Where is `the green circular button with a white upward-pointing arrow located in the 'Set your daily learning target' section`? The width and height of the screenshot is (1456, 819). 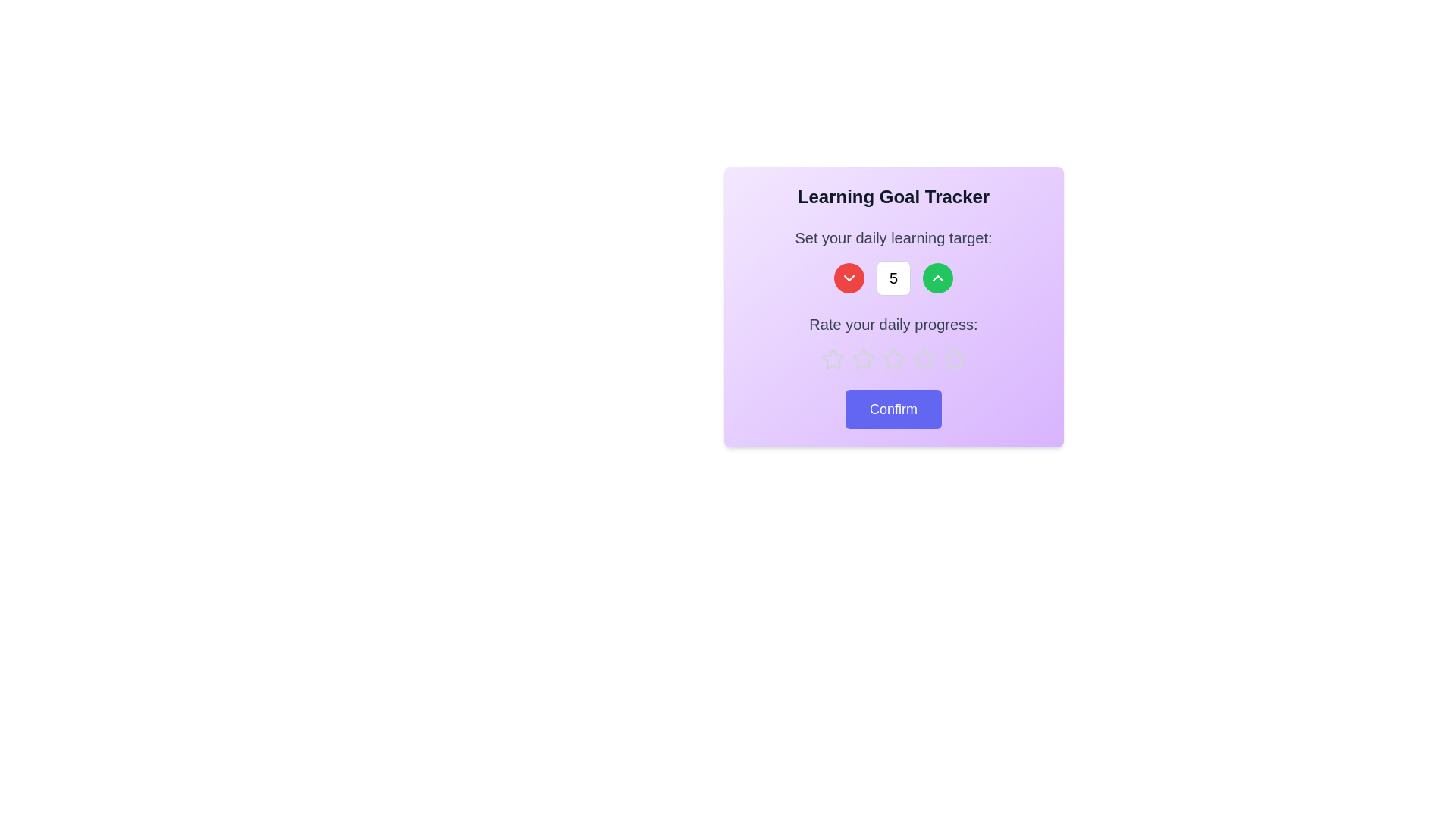 the green circular button with a white upward-pointing arrow located in the 'Set your daily learning target' section is located at coordinates (937, 278).